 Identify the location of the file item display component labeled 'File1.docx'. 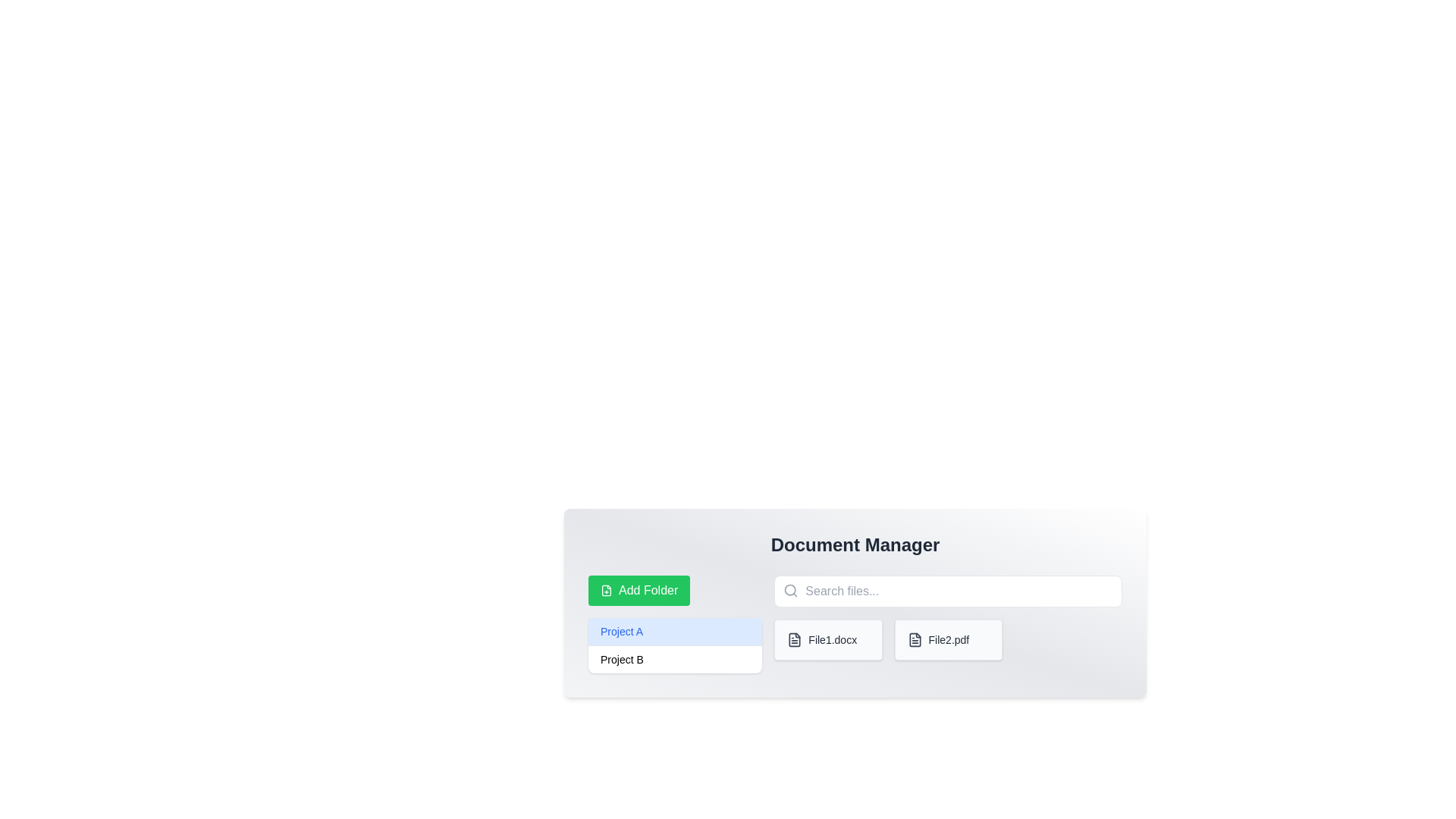
(855, 623).